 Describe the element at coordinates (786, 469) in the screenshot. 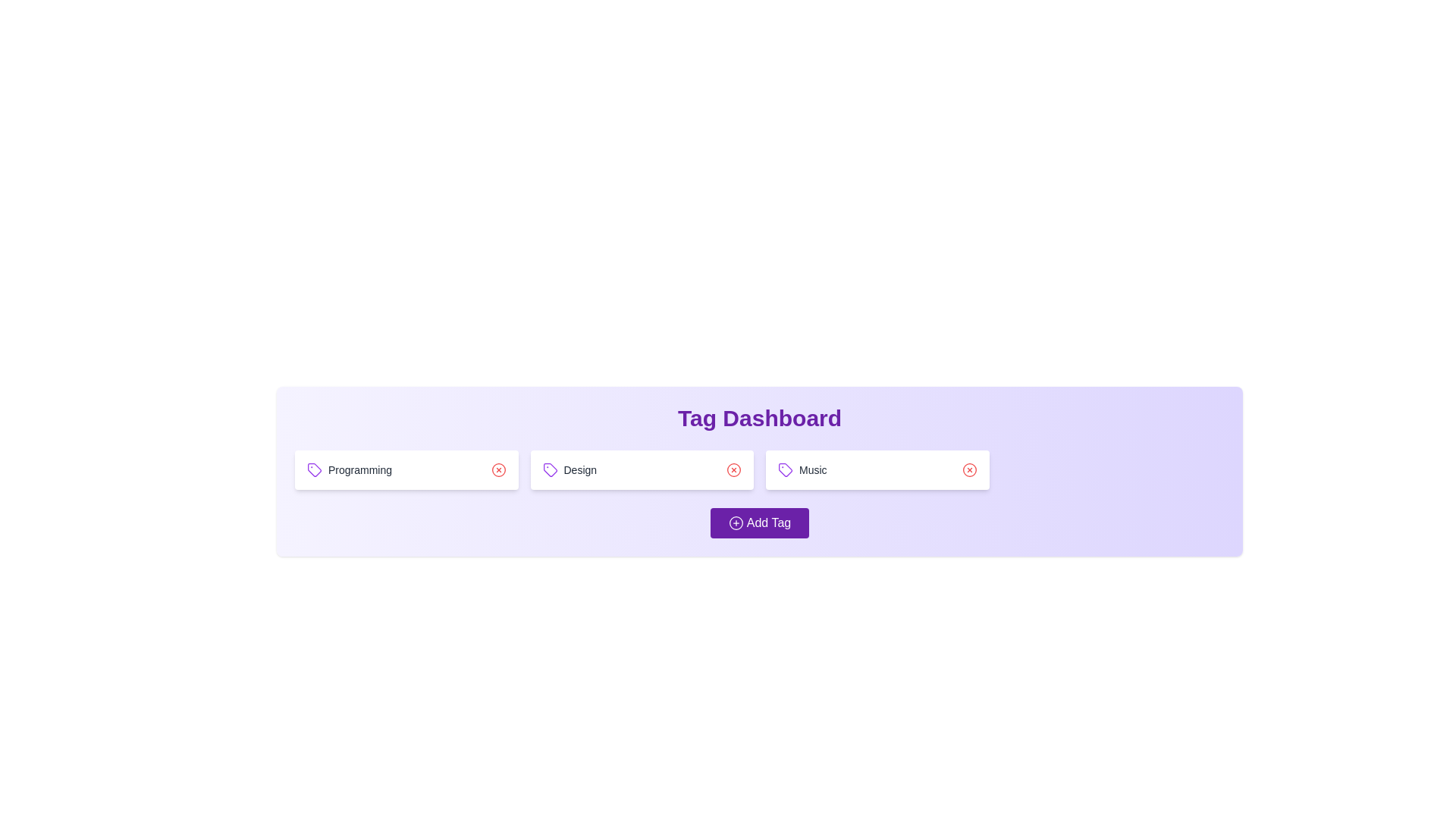

I see `the tag icon located in the 'Tag Dashboard' section, specifically positioned to the left of the text 'Design'` at that location.